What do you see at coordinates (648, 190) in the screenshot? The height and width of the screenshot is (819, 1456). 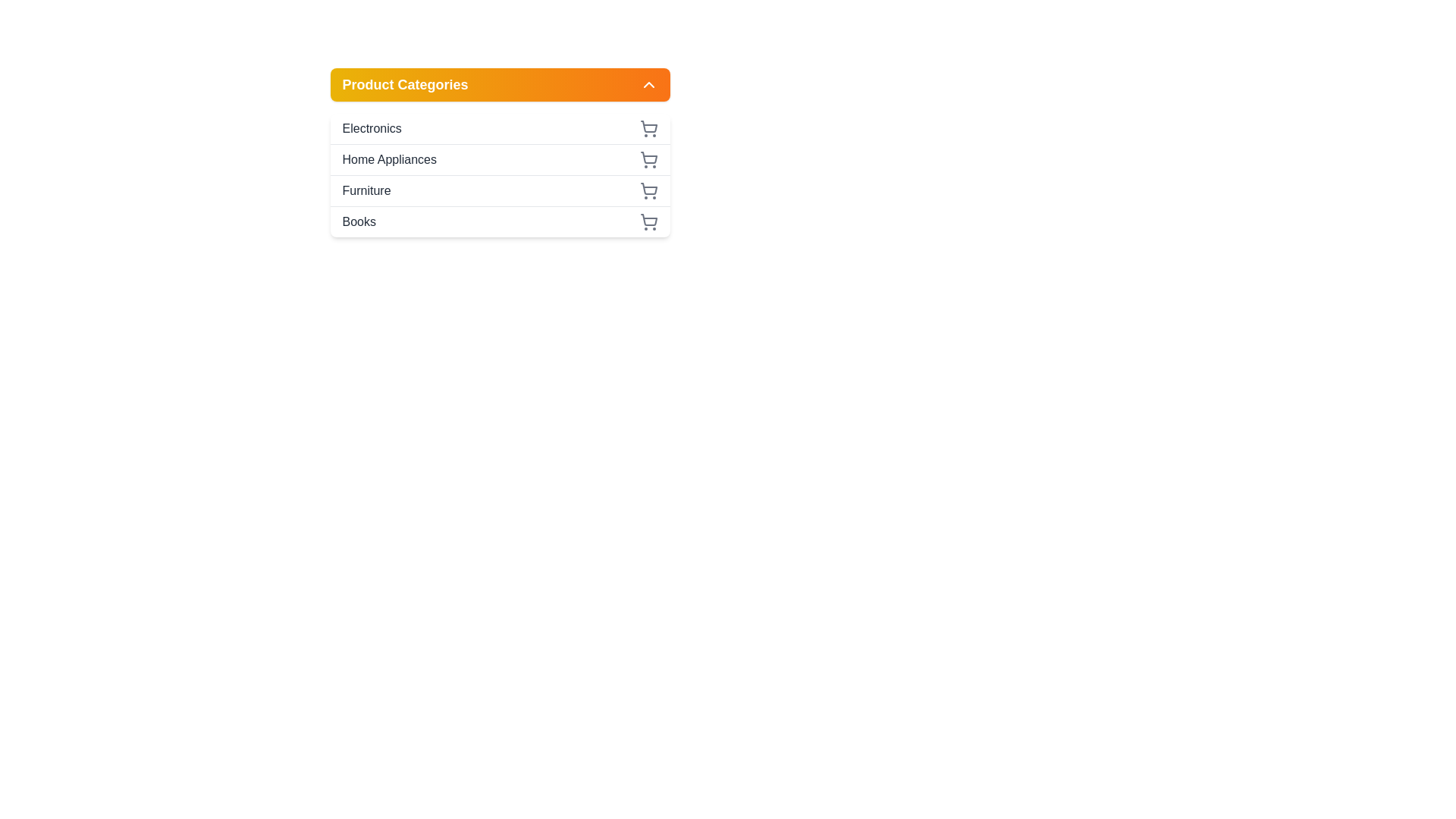 I see `the third shopping cart icon to the far right of the 'Furniture' label in the 'Product Categories' dropdown` at bounding box center [648, 190].